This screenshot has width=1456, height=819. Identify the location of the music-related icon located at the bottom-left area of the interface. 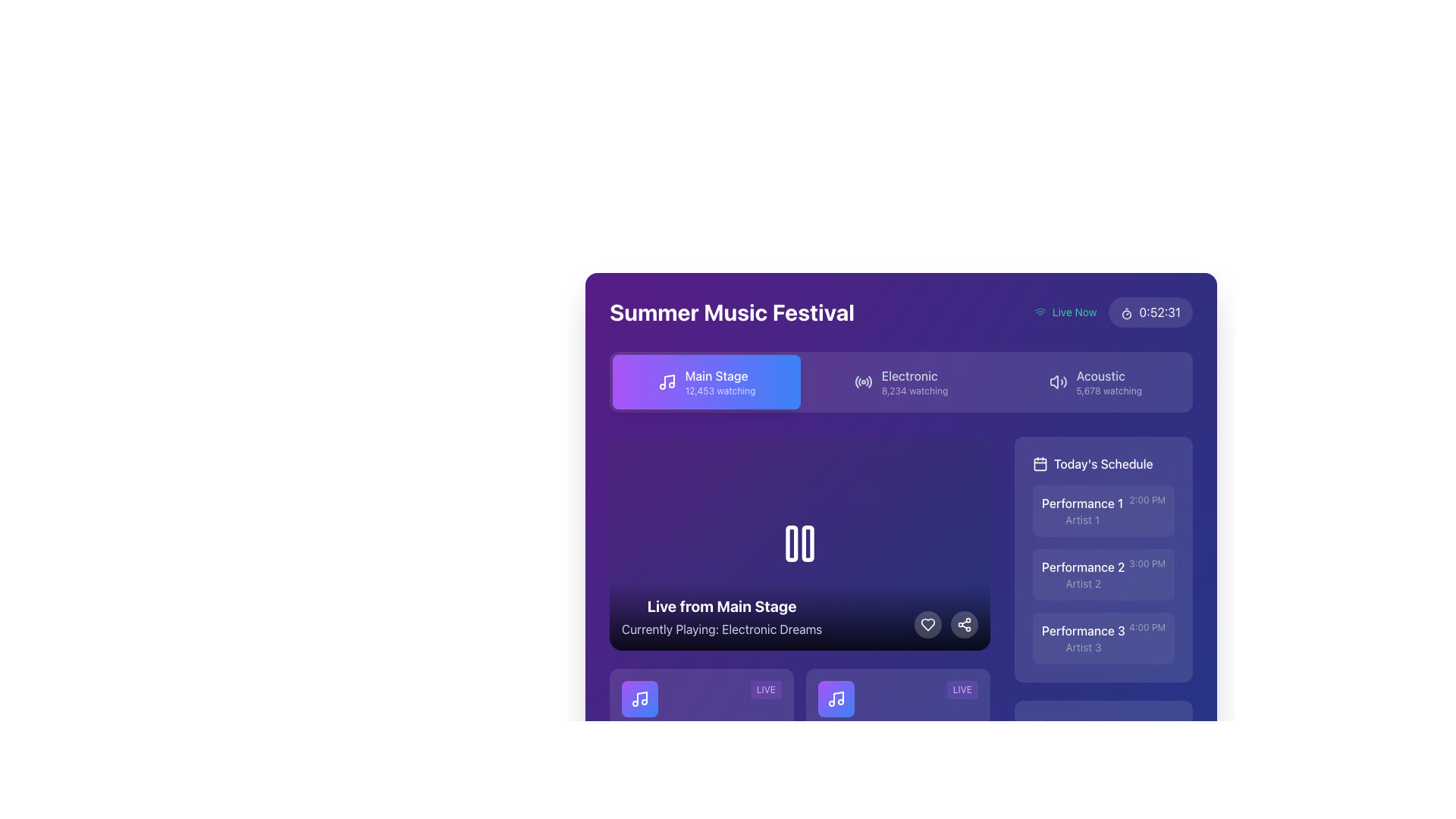
(640, 698).